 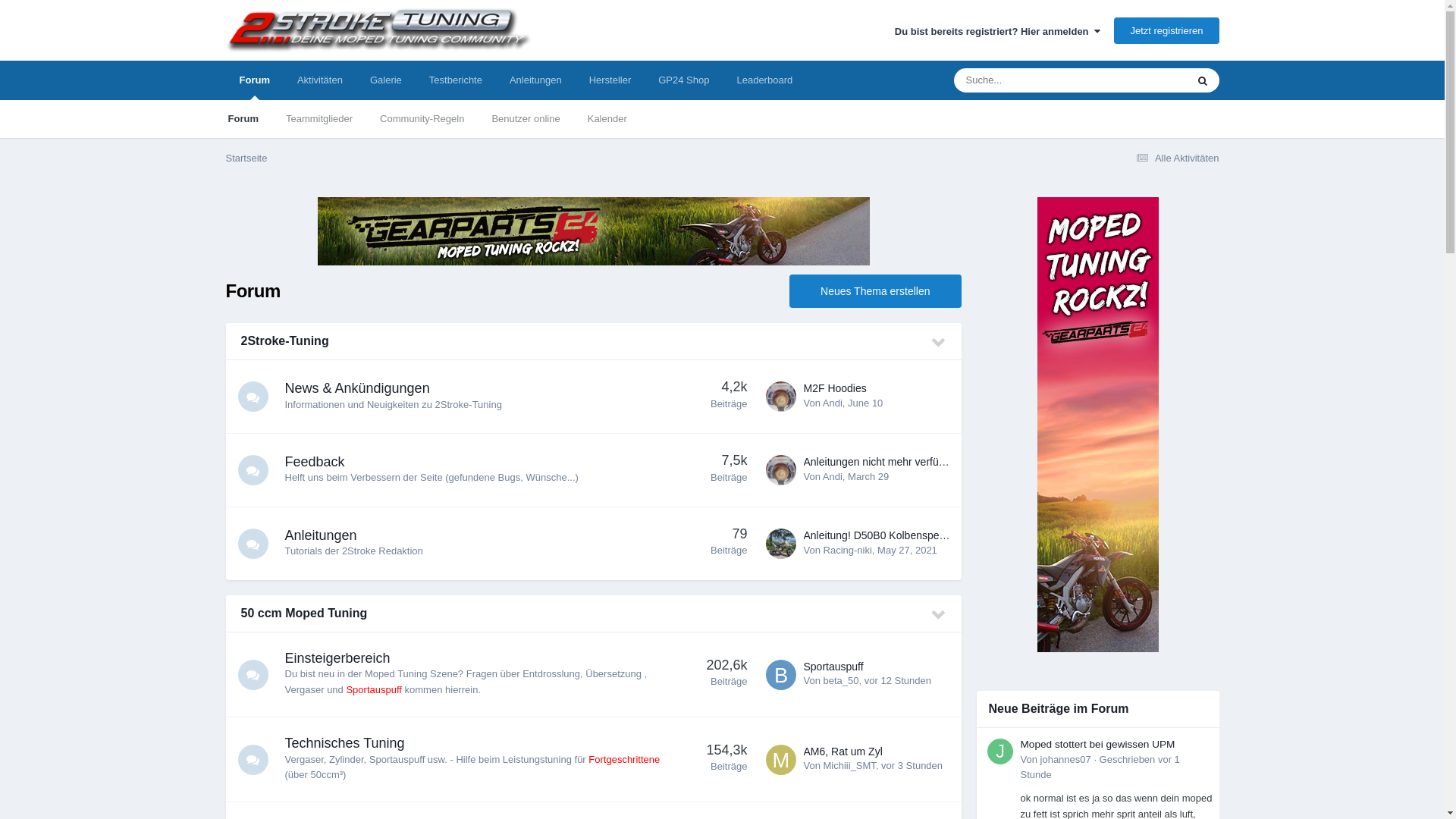 I want to click on 'Hersteller', so click(x=610, y=80).